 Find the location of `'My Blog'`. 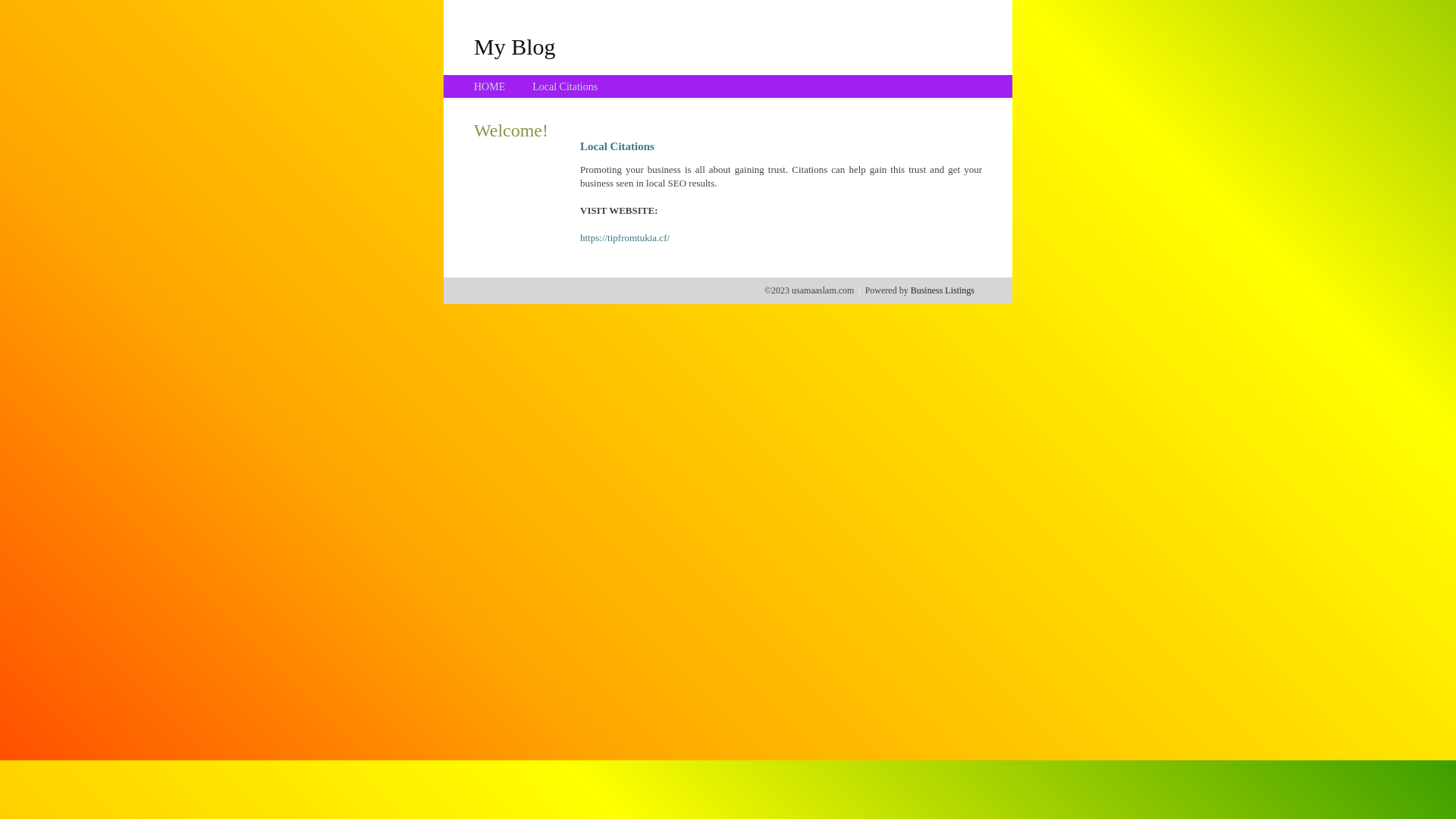

'My Blog' is located at coordinates (514, 45).